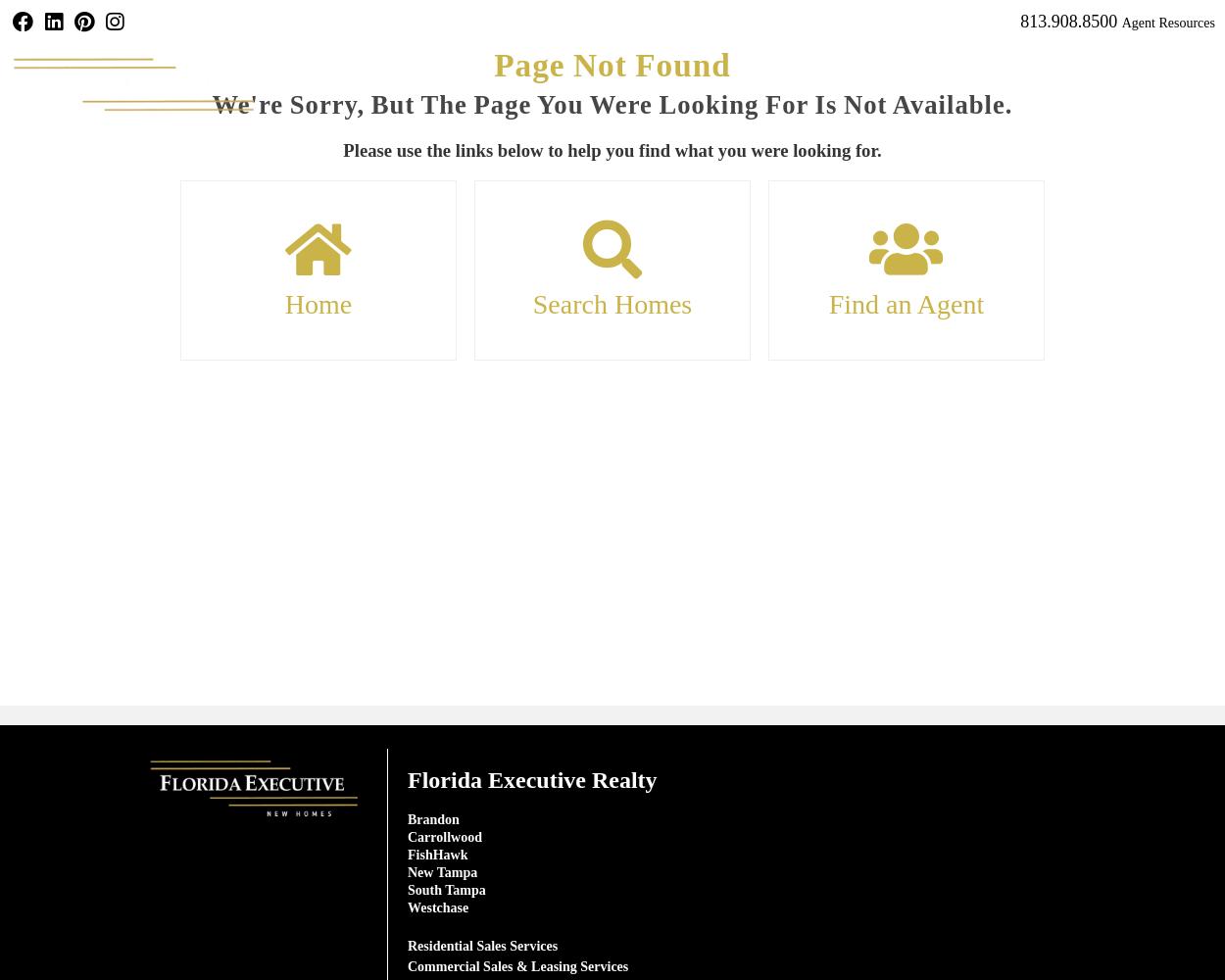 This screenshot has height=980, width=1225. Describe the element at coordinates (441, 871) in the screenshot. I see `'New Tampa'` at that location.